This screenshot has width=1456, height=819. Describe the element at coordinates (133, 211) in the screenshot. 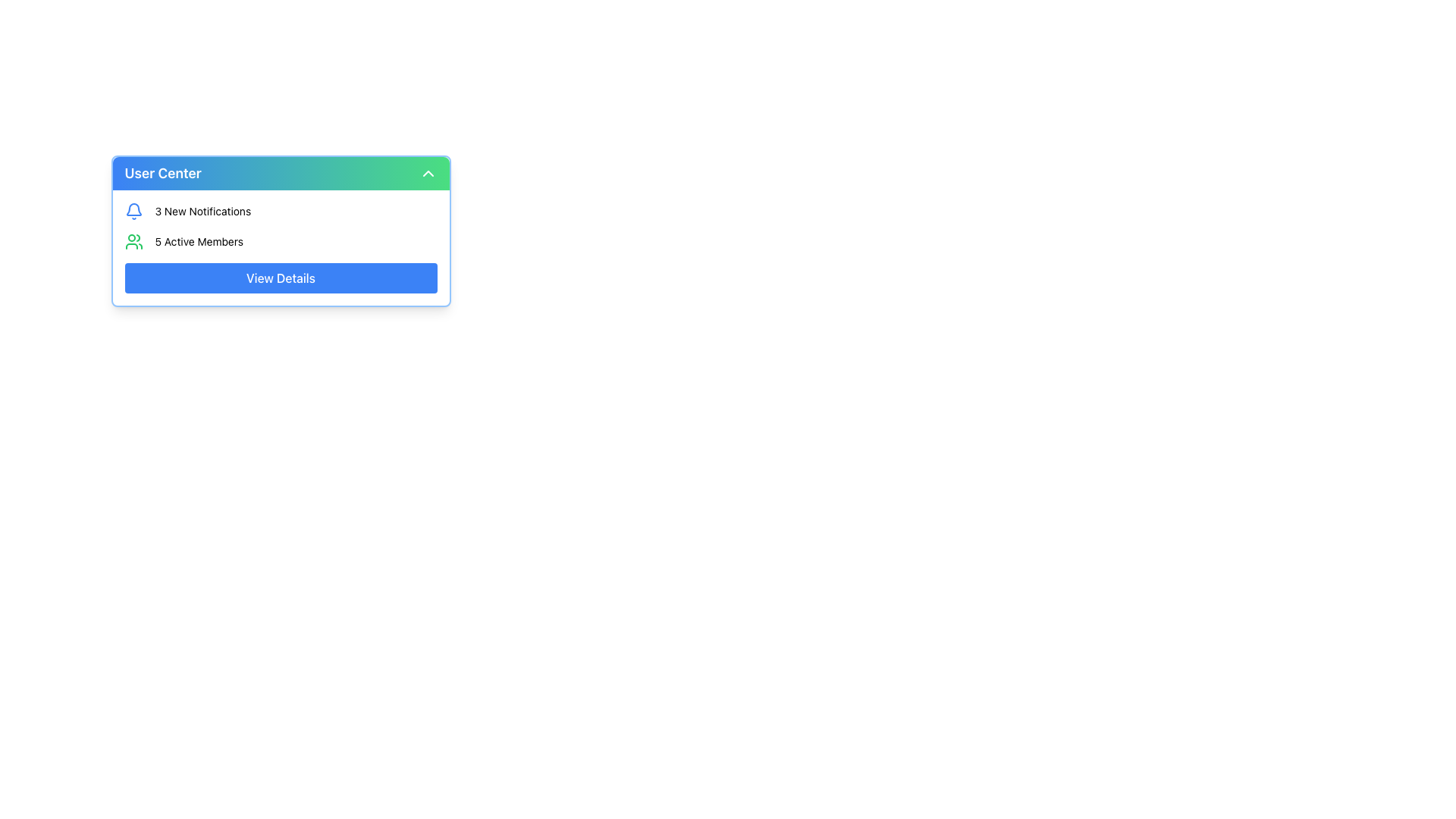

I see `the blue bell icon which resembles a notification symbol, located to the left of the text '3 New Notifications' in the notification summary section` at that location.